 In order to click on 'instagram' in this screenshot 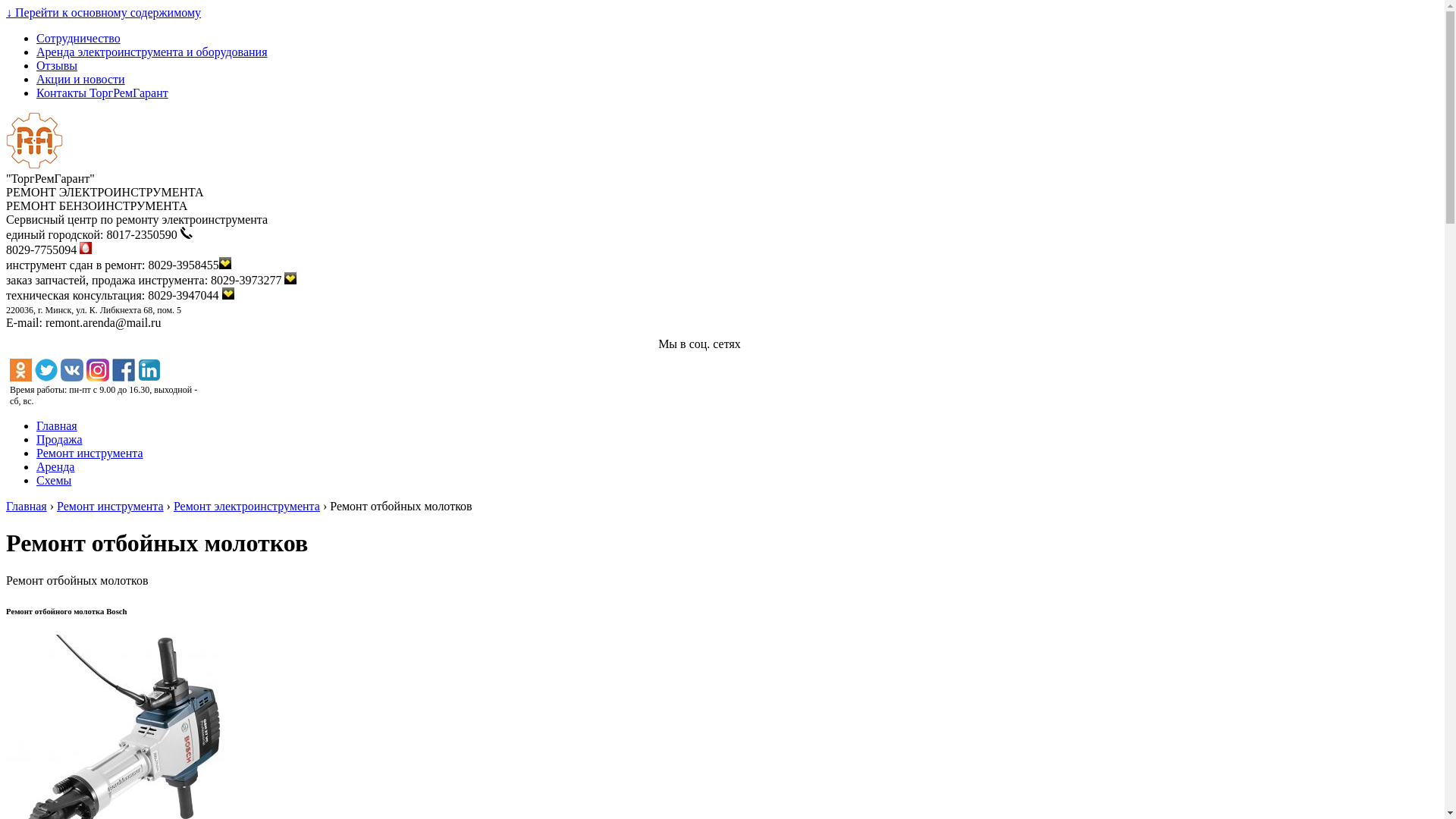, I will do `click(97, 370)`.